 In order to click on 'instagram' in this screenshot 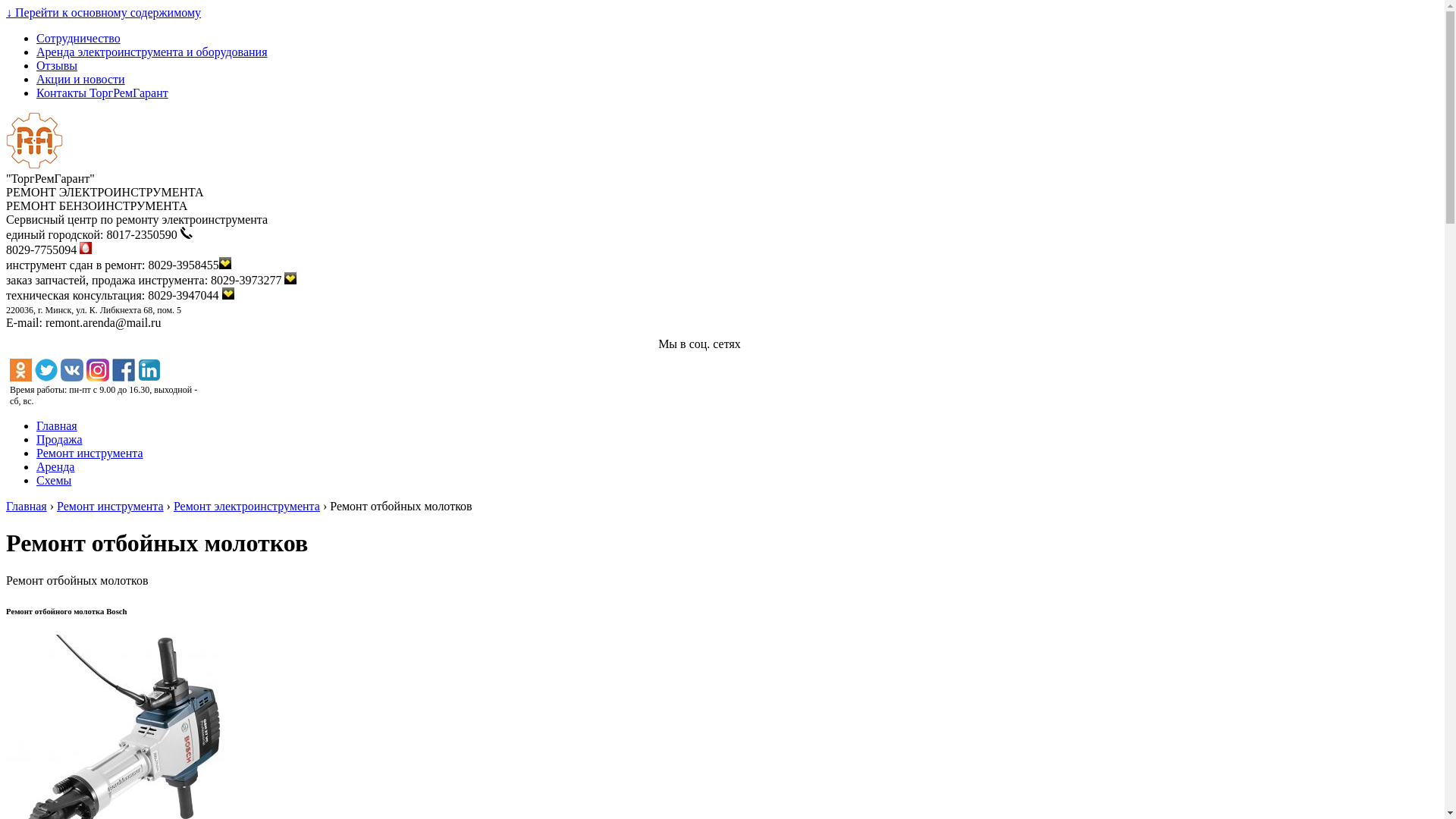, I will do `click(97, 370)`.